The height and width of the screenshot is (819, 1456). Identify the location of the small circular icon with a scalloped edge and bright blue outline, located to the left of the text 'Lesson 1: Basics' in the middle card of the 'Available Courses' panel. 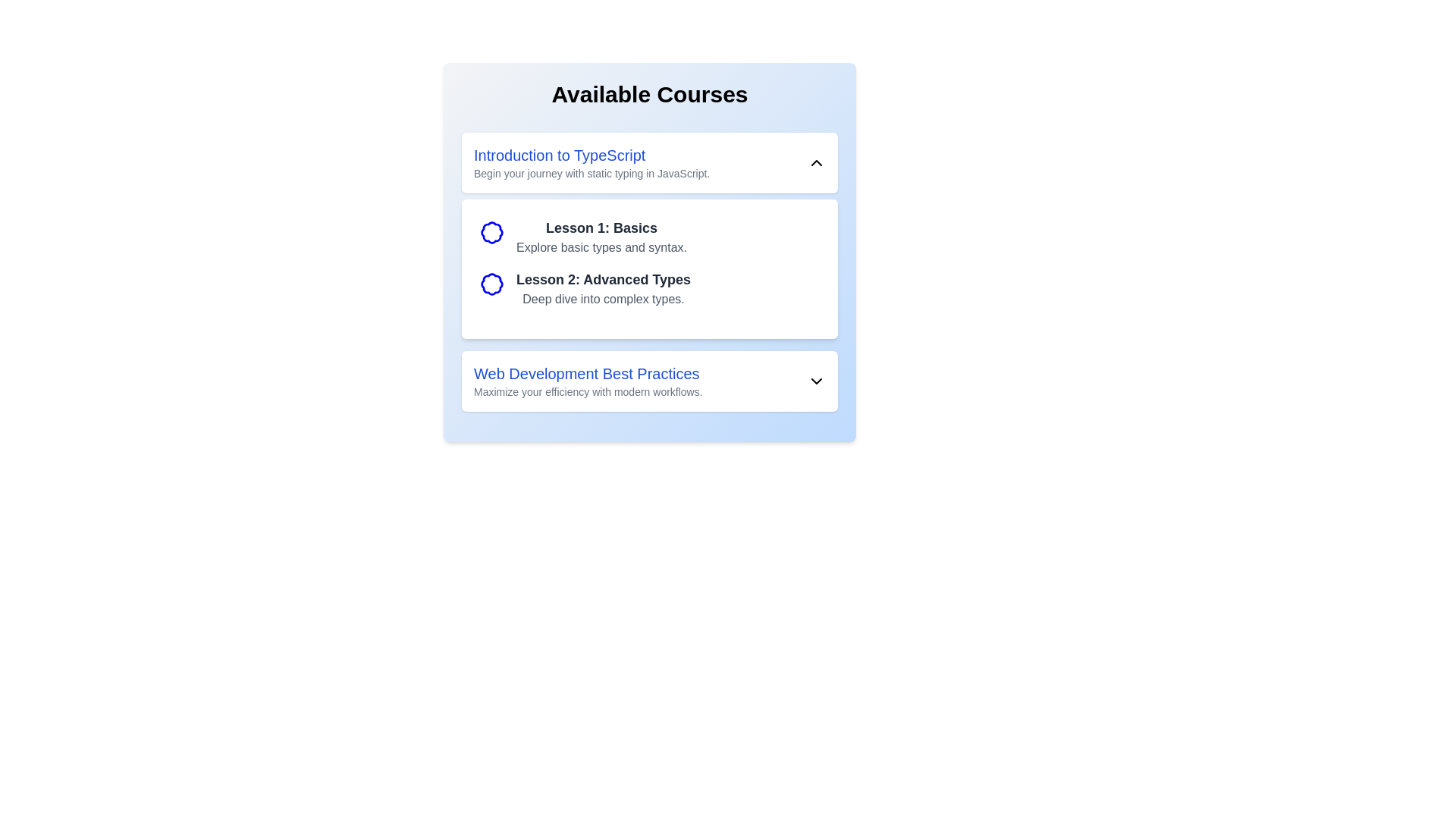
(491, 233).